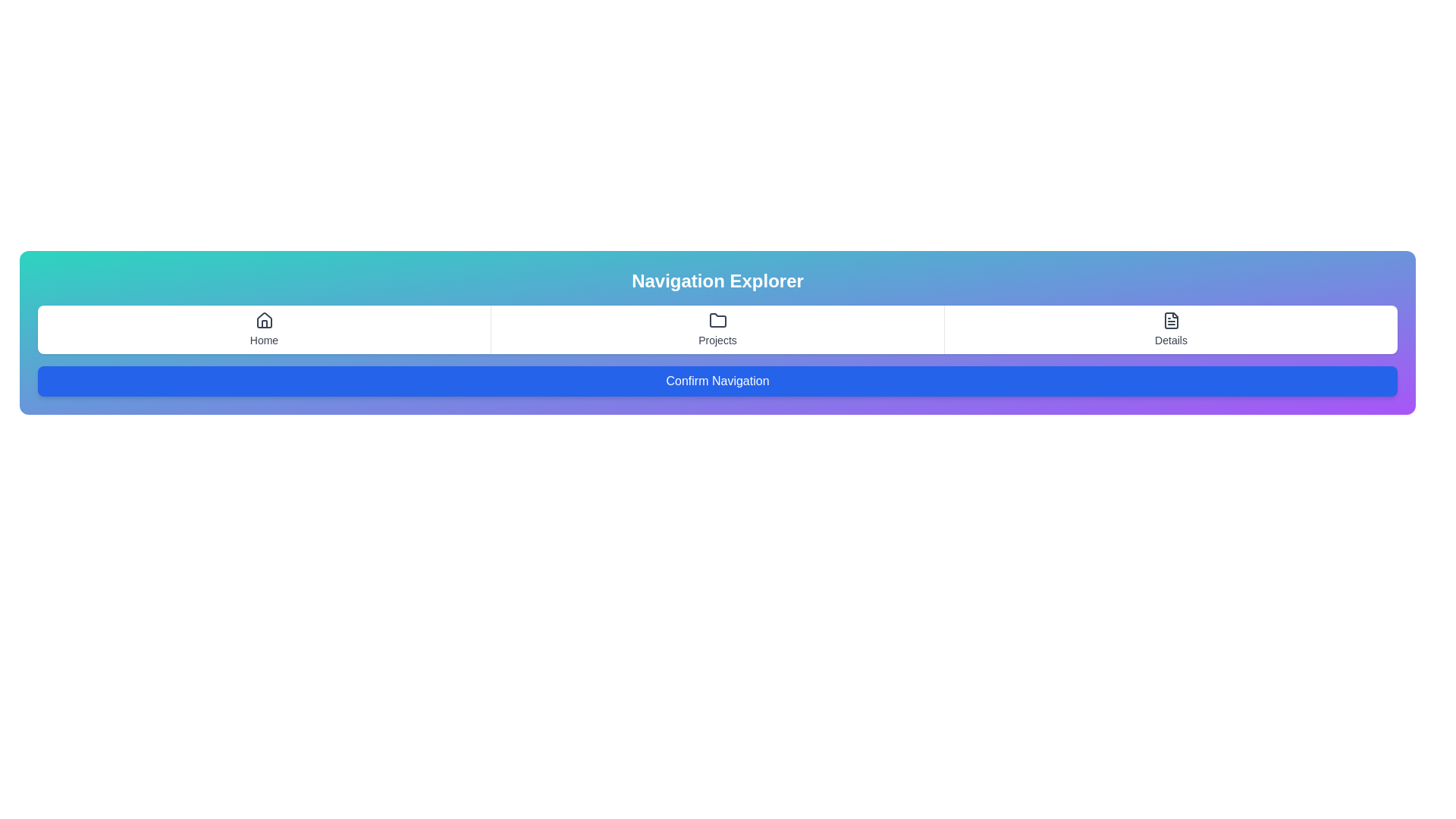 The height and width of the screenshot is (819, 1456). I want to click on the graphical icon representing a document or file in the 'Details' section of the navigation interface, so click(1170, 320).